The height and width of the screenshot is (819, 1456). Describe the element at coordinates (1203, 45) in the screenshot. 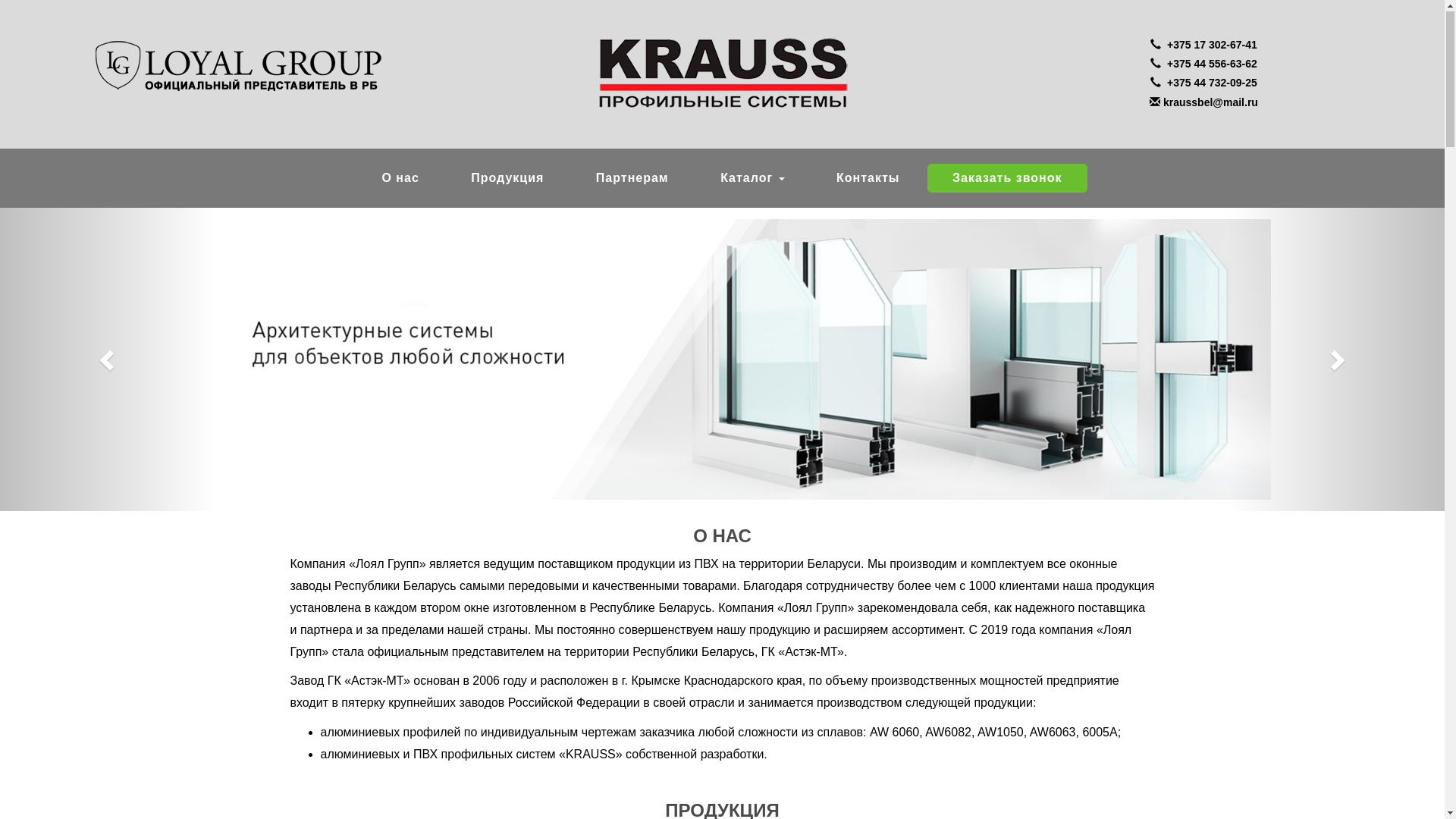

I see `'  +375 17 302-67-41'` at that location.